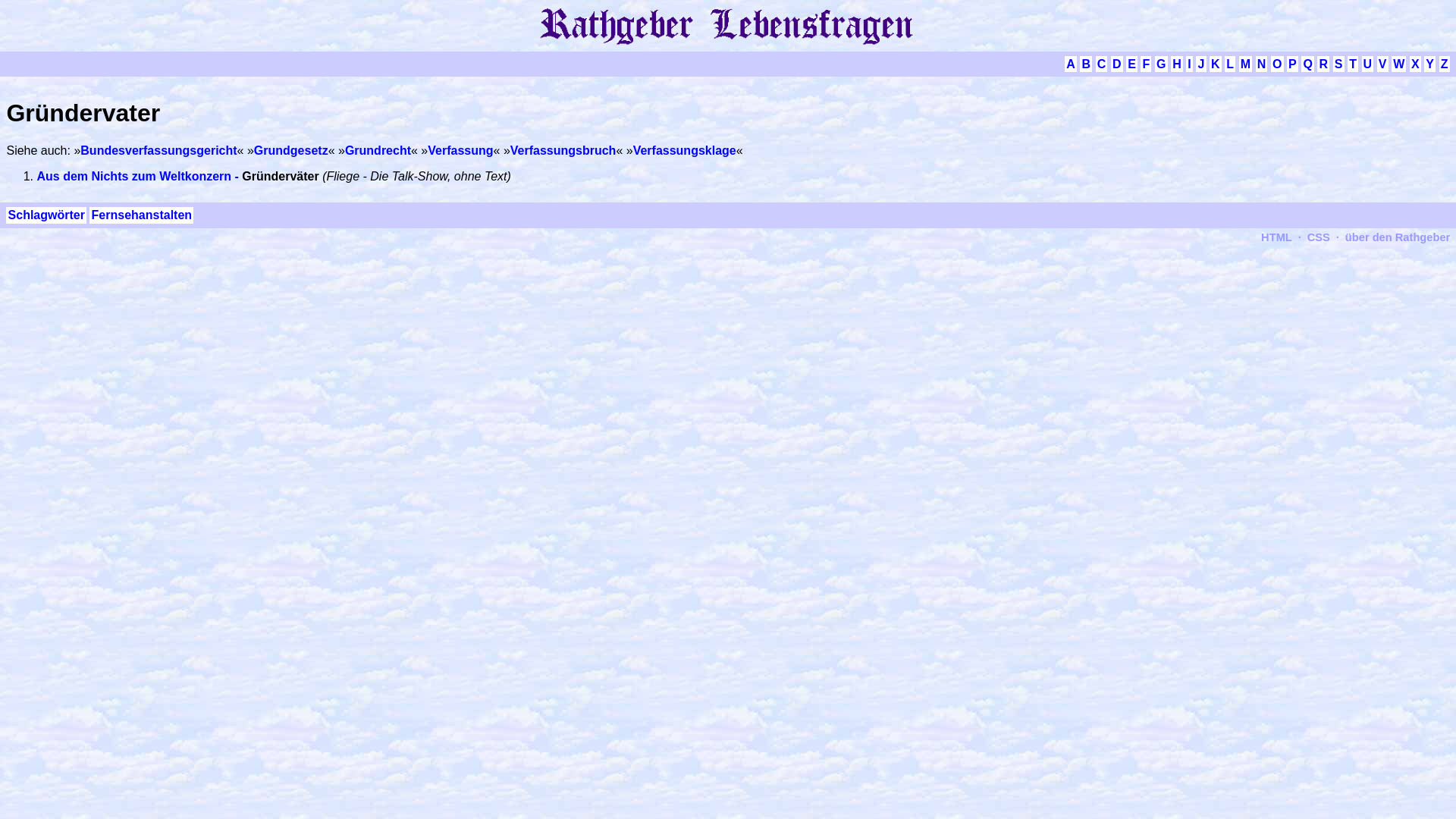 The width and height of the screenshot is (1456, 819). I want to click on 'B', so click(1084, 63).